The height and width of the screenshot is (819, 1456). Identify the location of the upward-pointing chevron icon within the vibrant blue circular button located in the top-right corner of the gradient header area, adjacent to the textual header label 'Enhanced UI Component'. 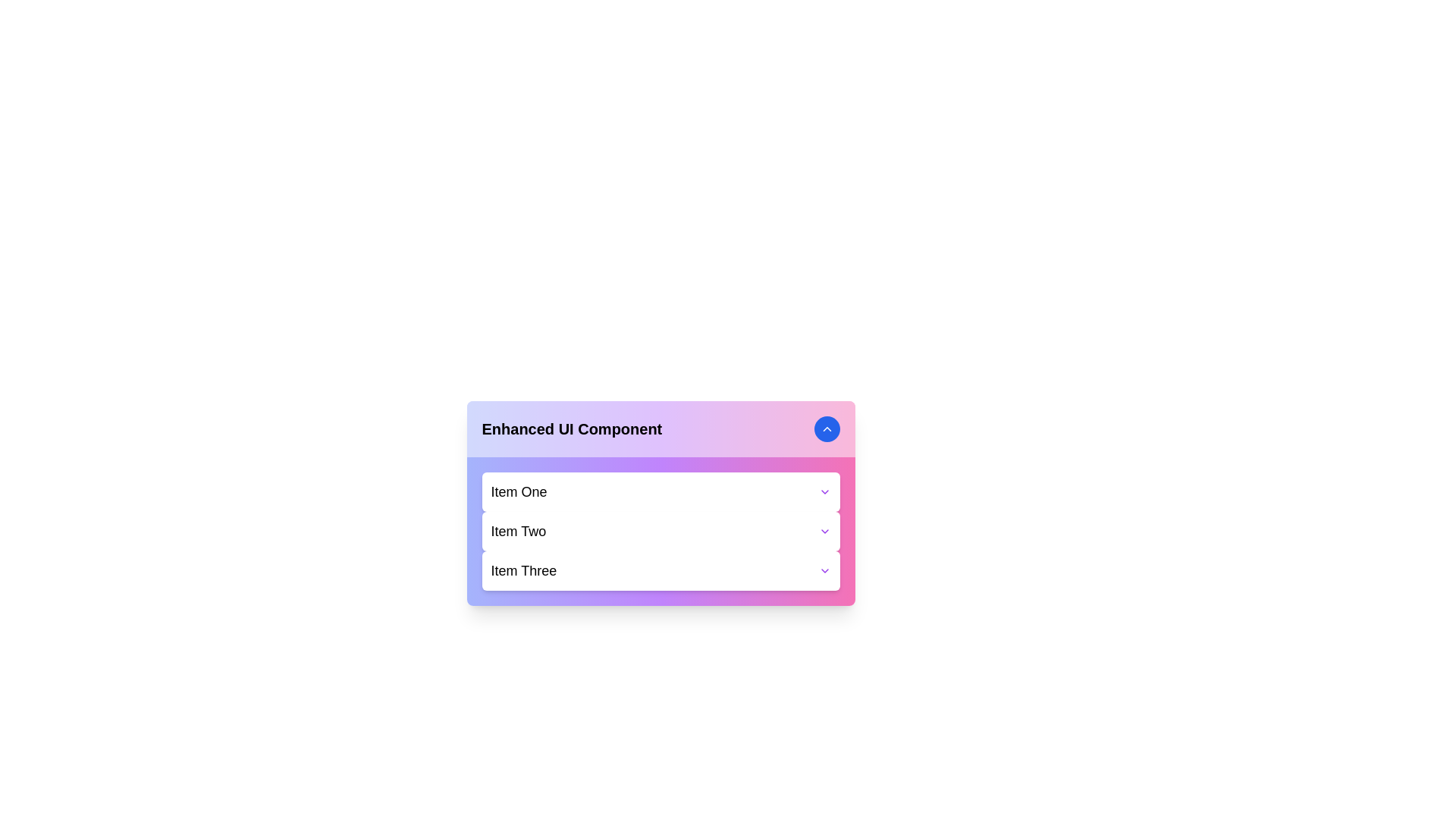
(826, 429).